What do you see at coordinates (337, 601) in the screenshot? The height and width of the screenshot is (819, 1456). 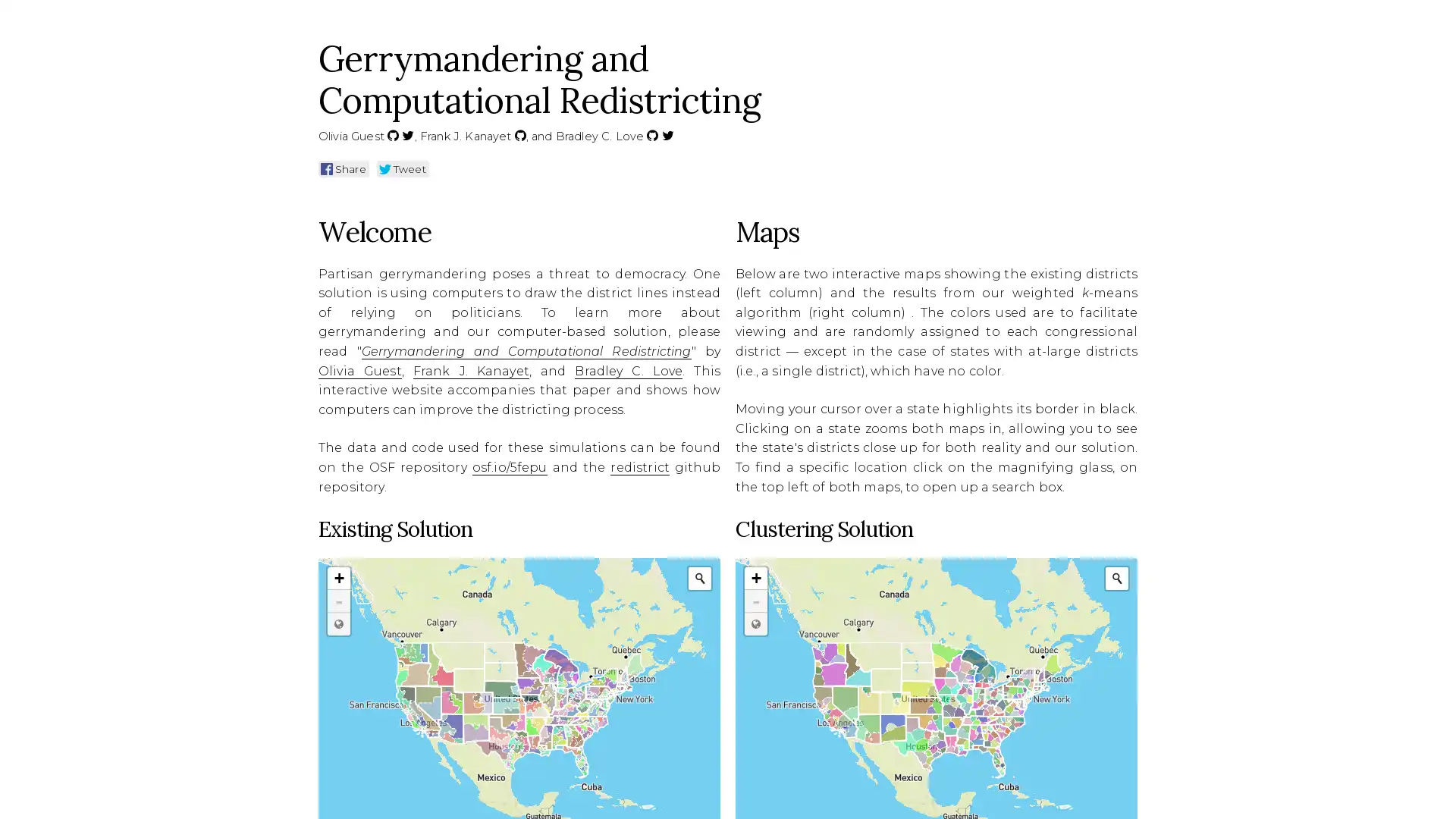 I see `Zoom out` at bounding box center [337, 601].